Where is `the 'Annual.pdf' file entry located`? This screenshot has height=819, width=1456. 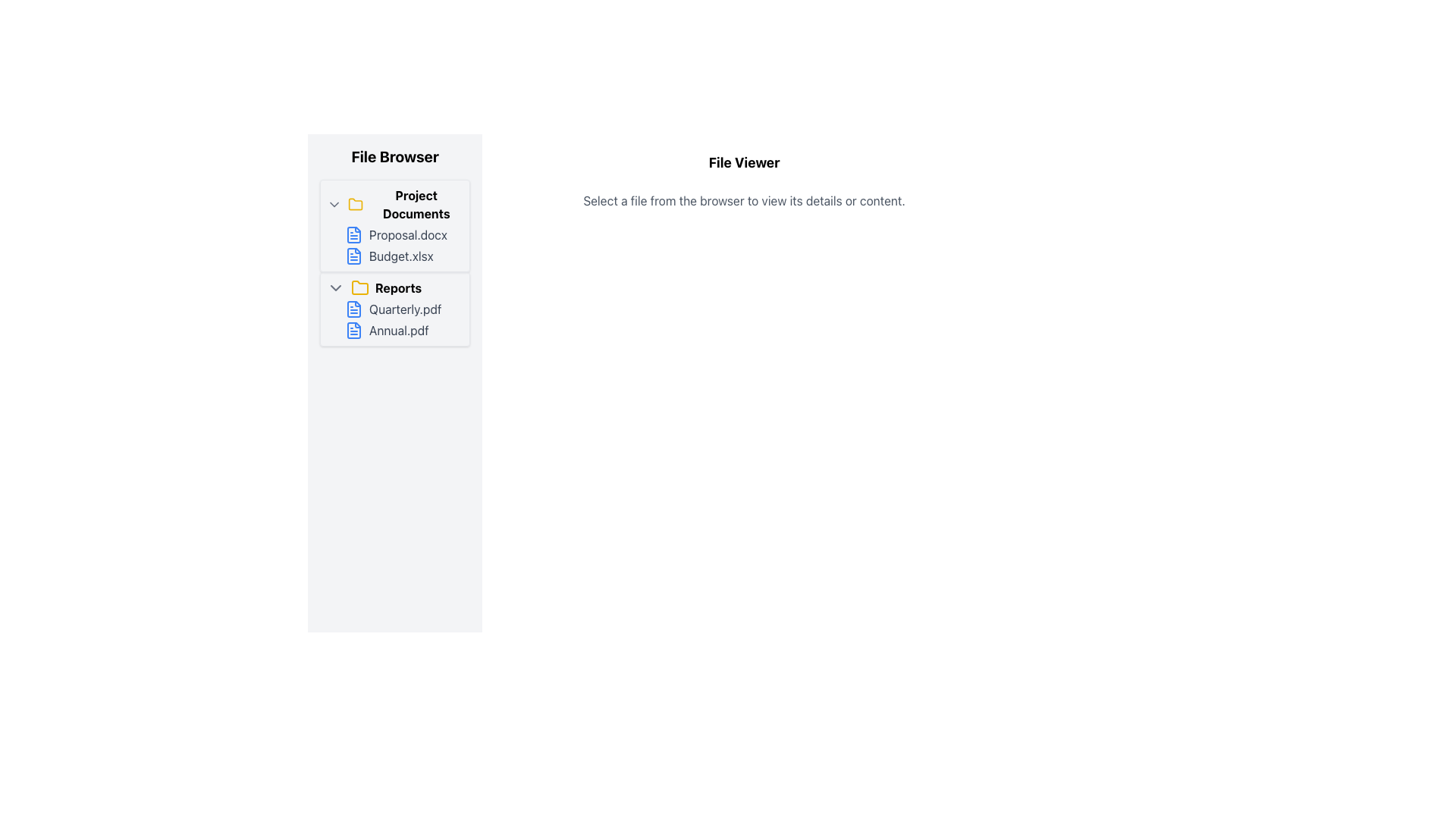 the 'Annual.pdf' file entry located is located at coordinates (403, 329).